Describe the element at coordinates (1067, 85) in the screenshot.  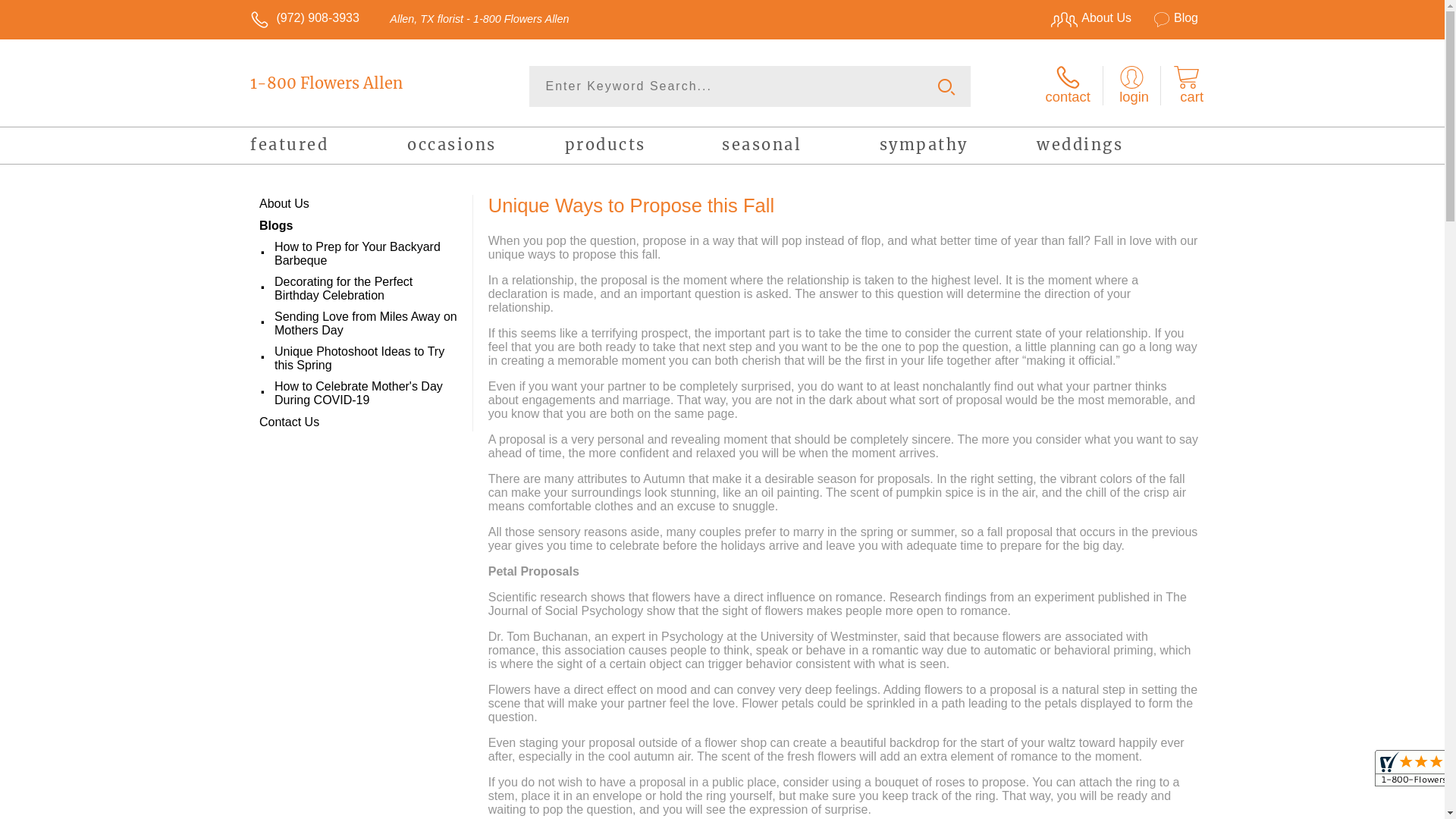
I see `'contact'` at that location.